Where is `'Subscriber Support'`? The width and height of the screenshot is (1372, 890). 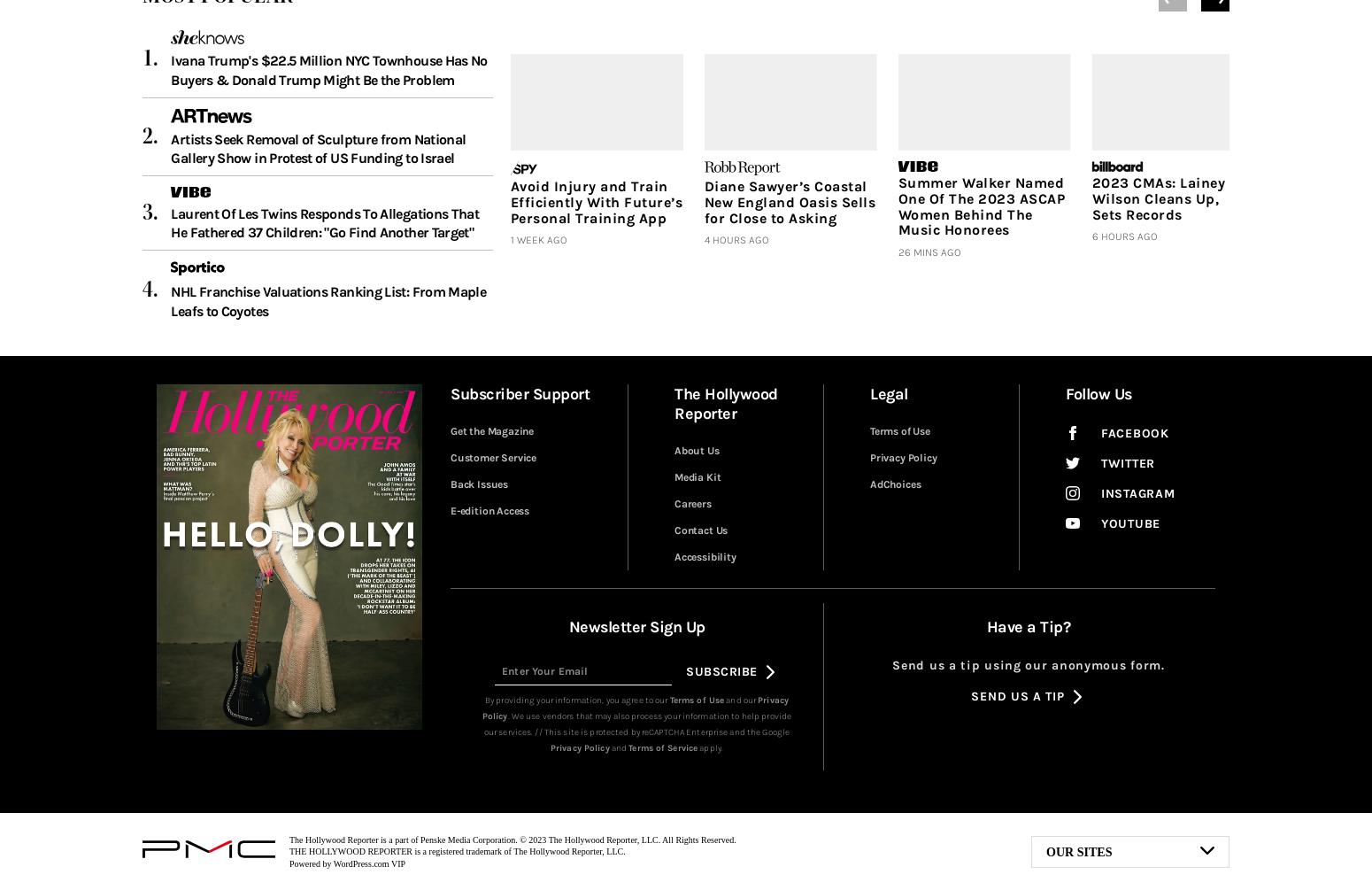 'Subscriber Support' is located at coordinates (520, 394).